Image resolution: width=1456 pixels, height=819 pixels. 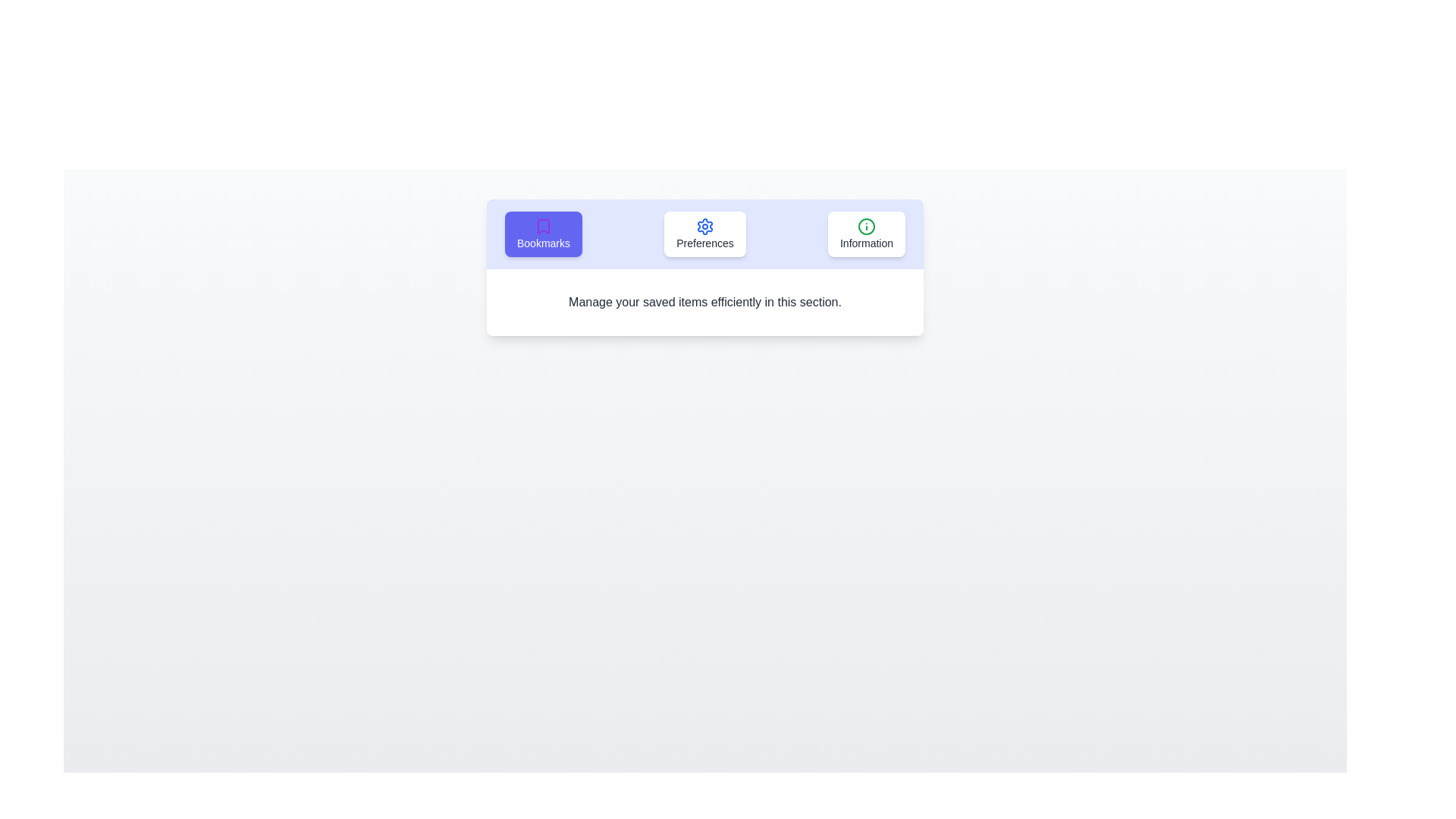 I want to click on the tab labeled Information, so click(x=866, y=234).